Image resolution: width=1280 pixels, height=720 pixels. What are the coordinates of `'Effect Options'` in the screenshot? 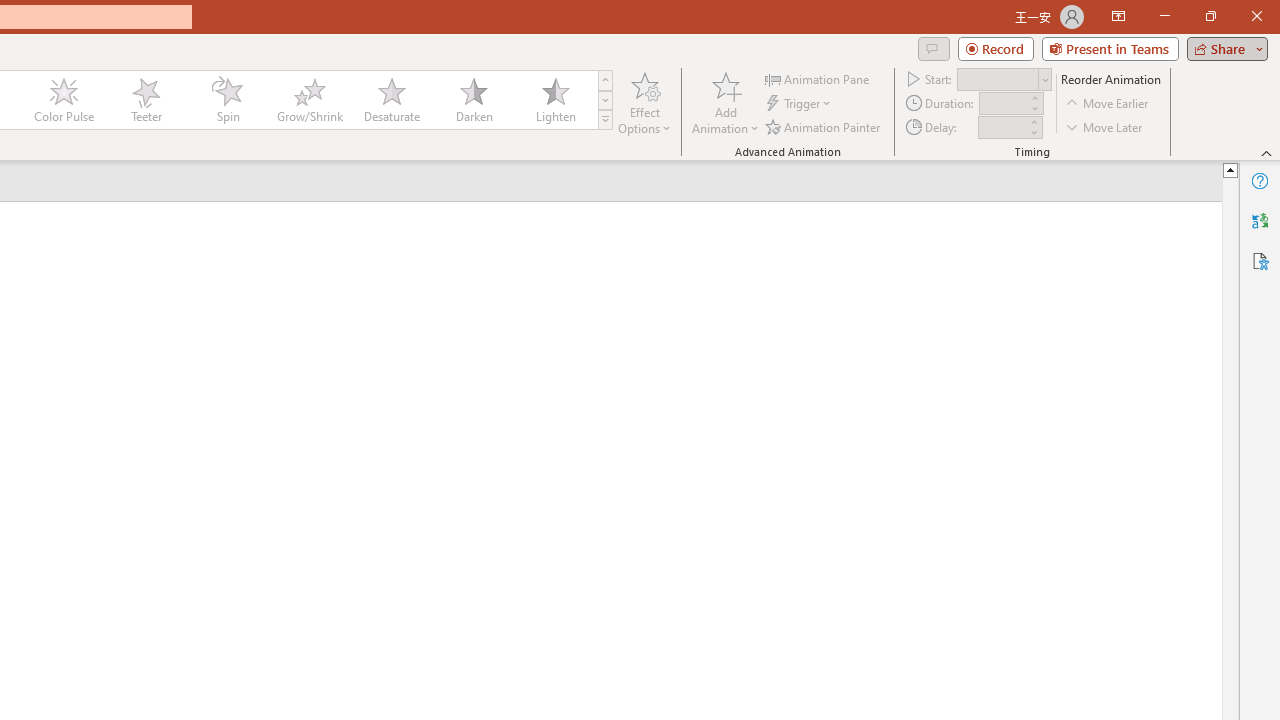 It's located at (645, 103).